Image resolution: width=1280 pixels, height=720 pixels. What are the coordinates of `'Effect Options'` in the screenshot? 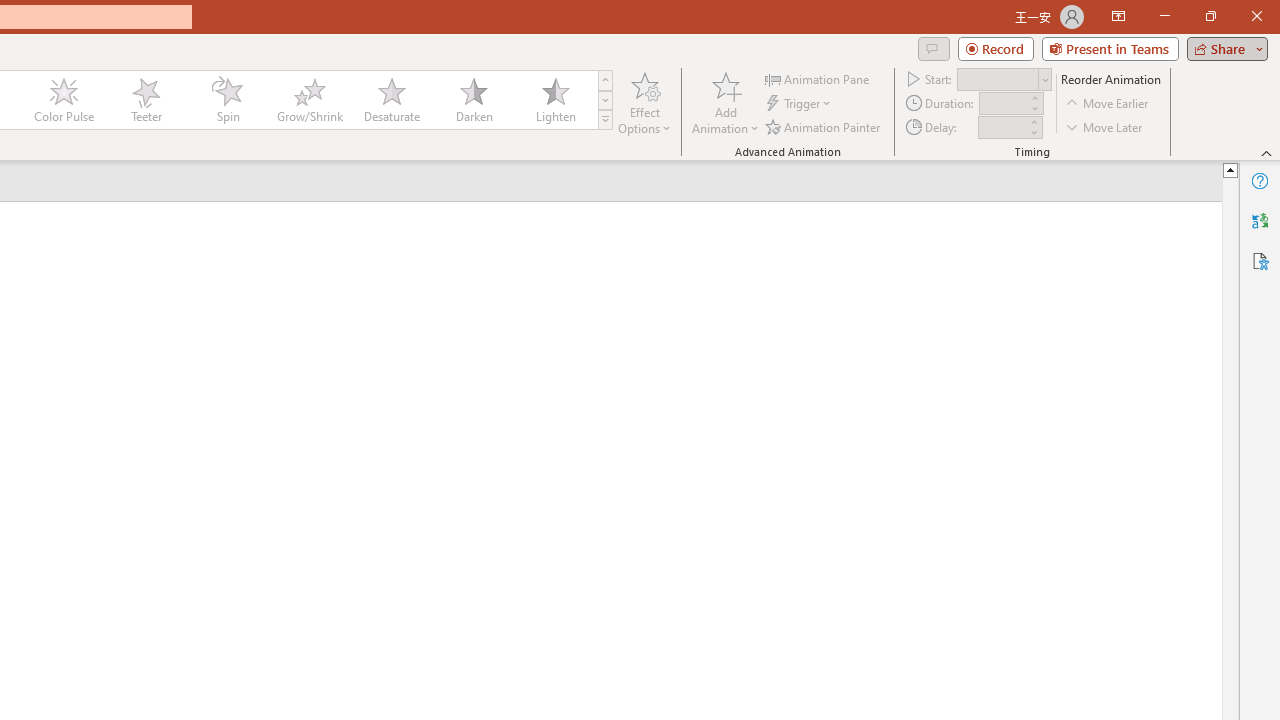 It's located at (645, 103).